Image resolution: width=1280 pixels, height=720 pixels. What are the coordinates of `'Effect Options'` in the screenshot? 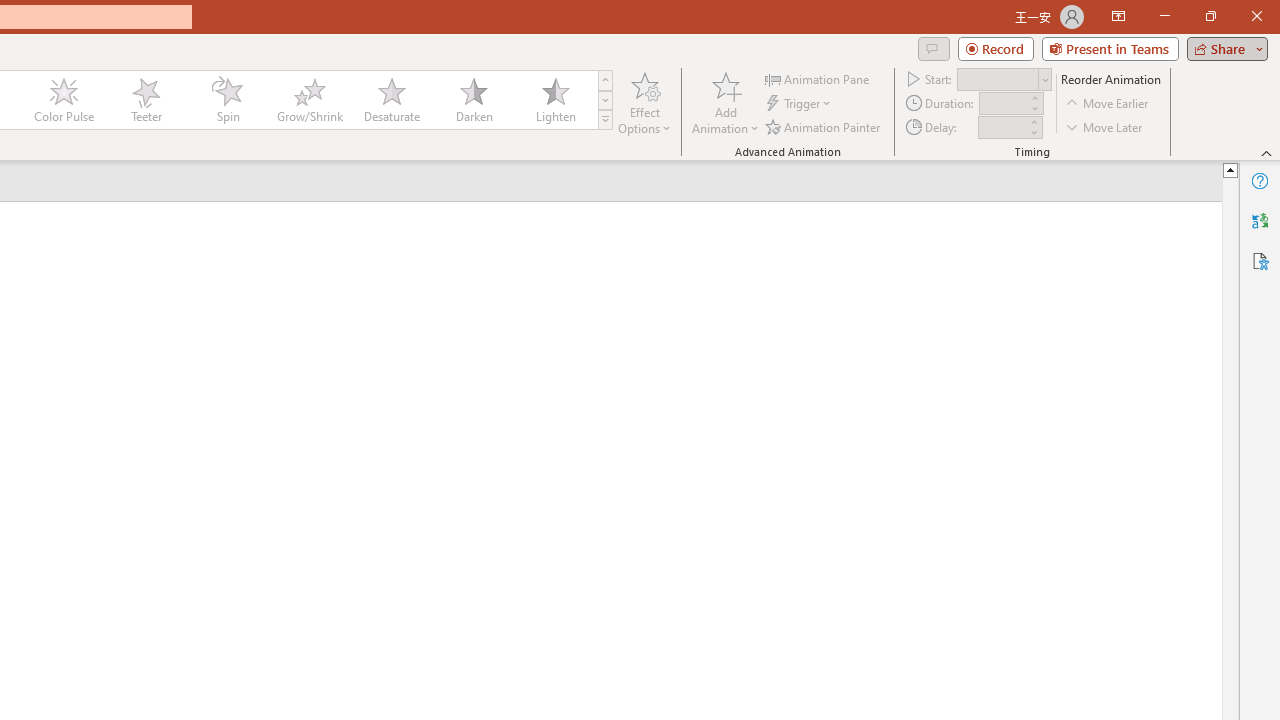 It's located at (645, 103).